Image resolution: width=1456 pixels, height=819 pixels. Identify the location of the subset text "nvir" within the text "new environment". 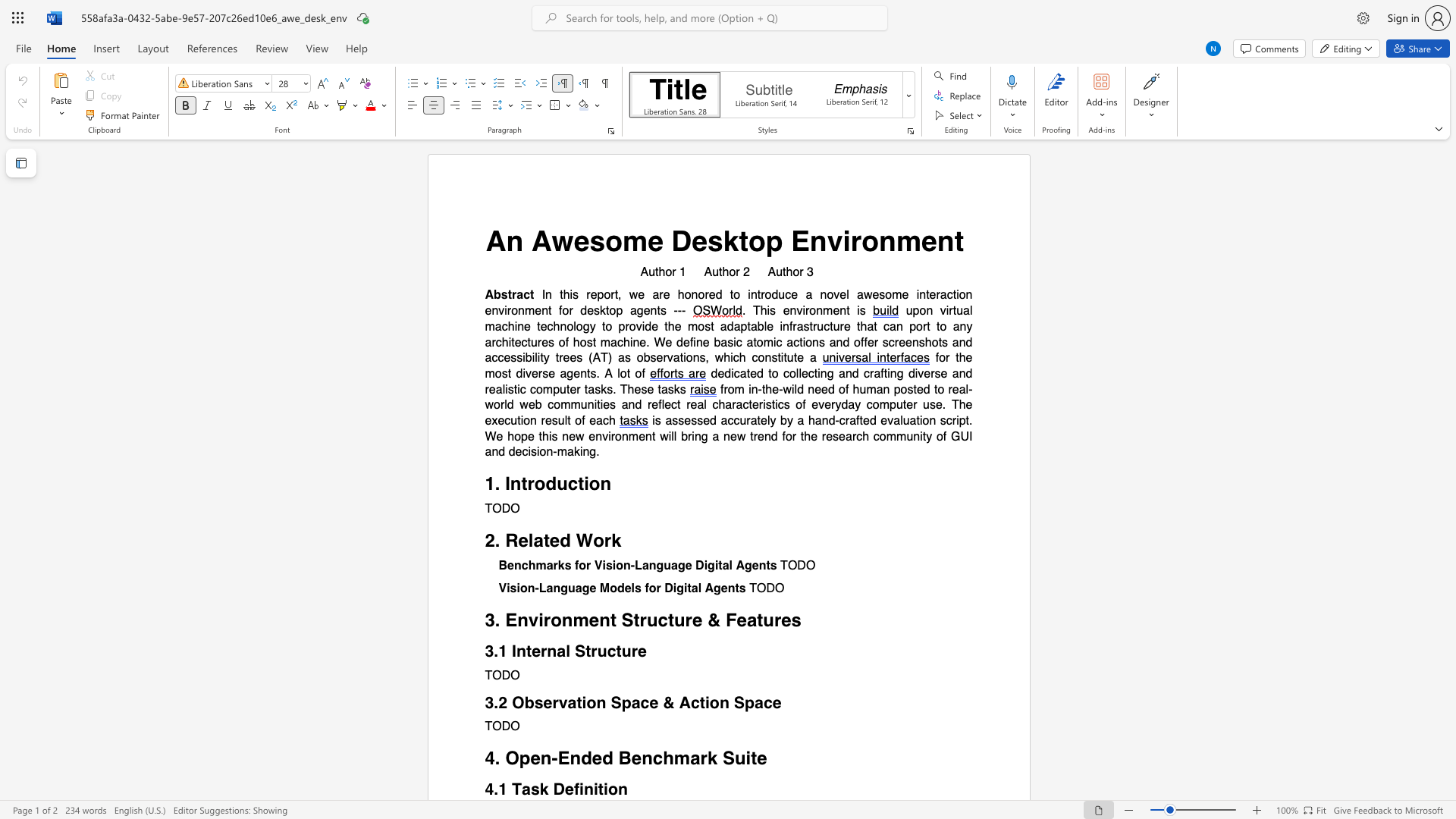
(595, 436).